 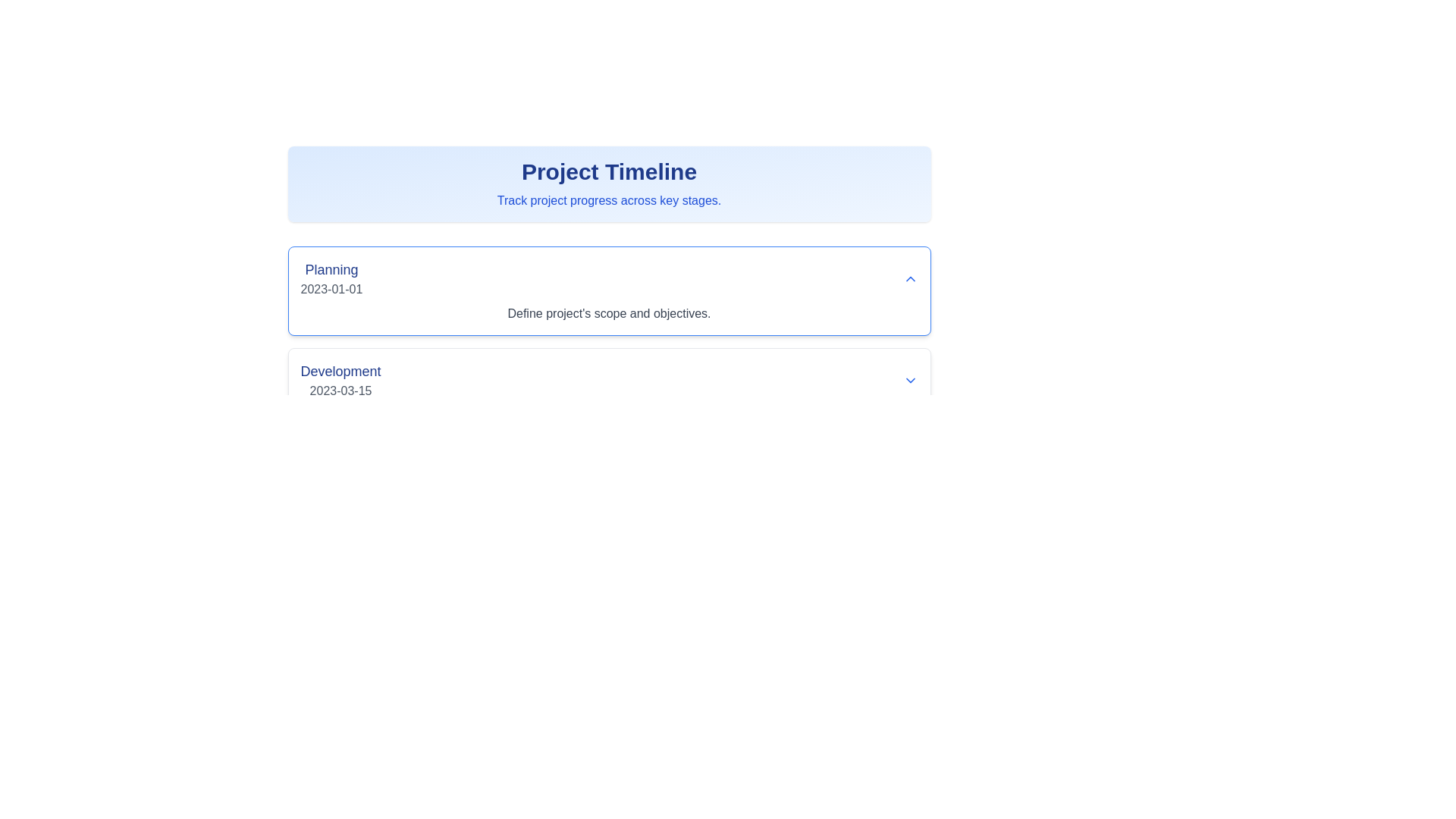 What do you see at coordinates (609, 184) in the screenshot?
I see `the header section titled 'Project Timeline' which contains the subtitle 'Track project progress across key stages.'` at bounding box center [609, 184].